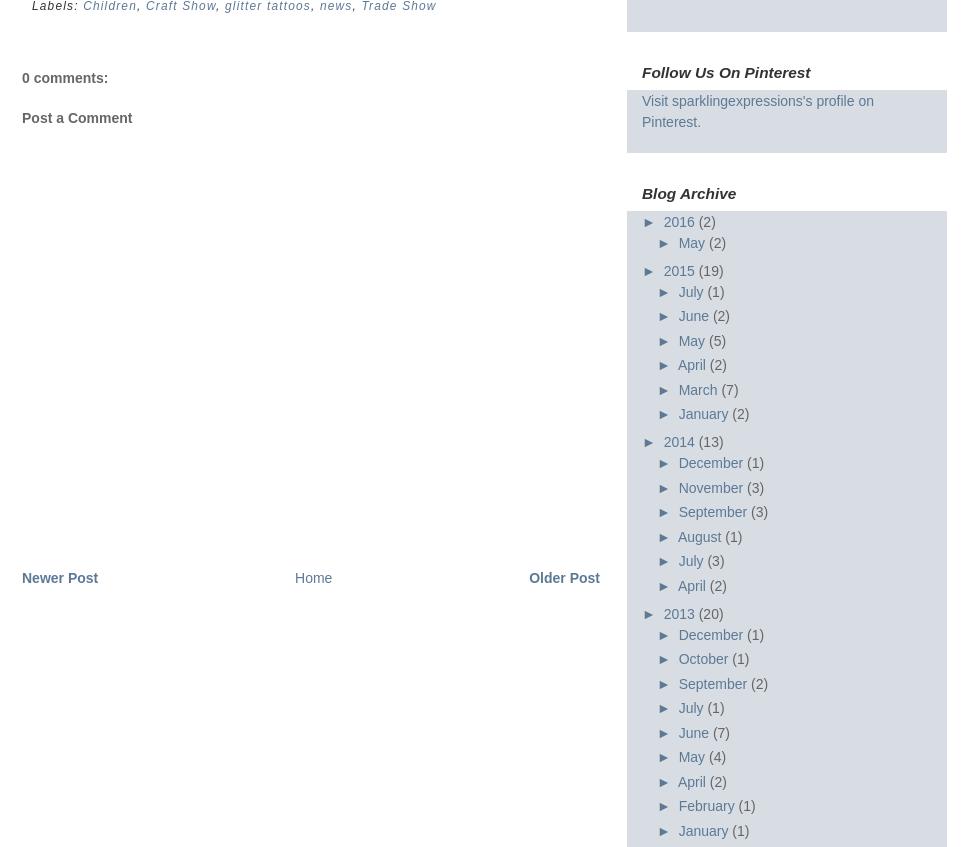 This screenshot has height=847, width=964. Describe the element at coordinates (724, 71) in the screenshot. I see `'Follow Us On Pinterest'` at that location.